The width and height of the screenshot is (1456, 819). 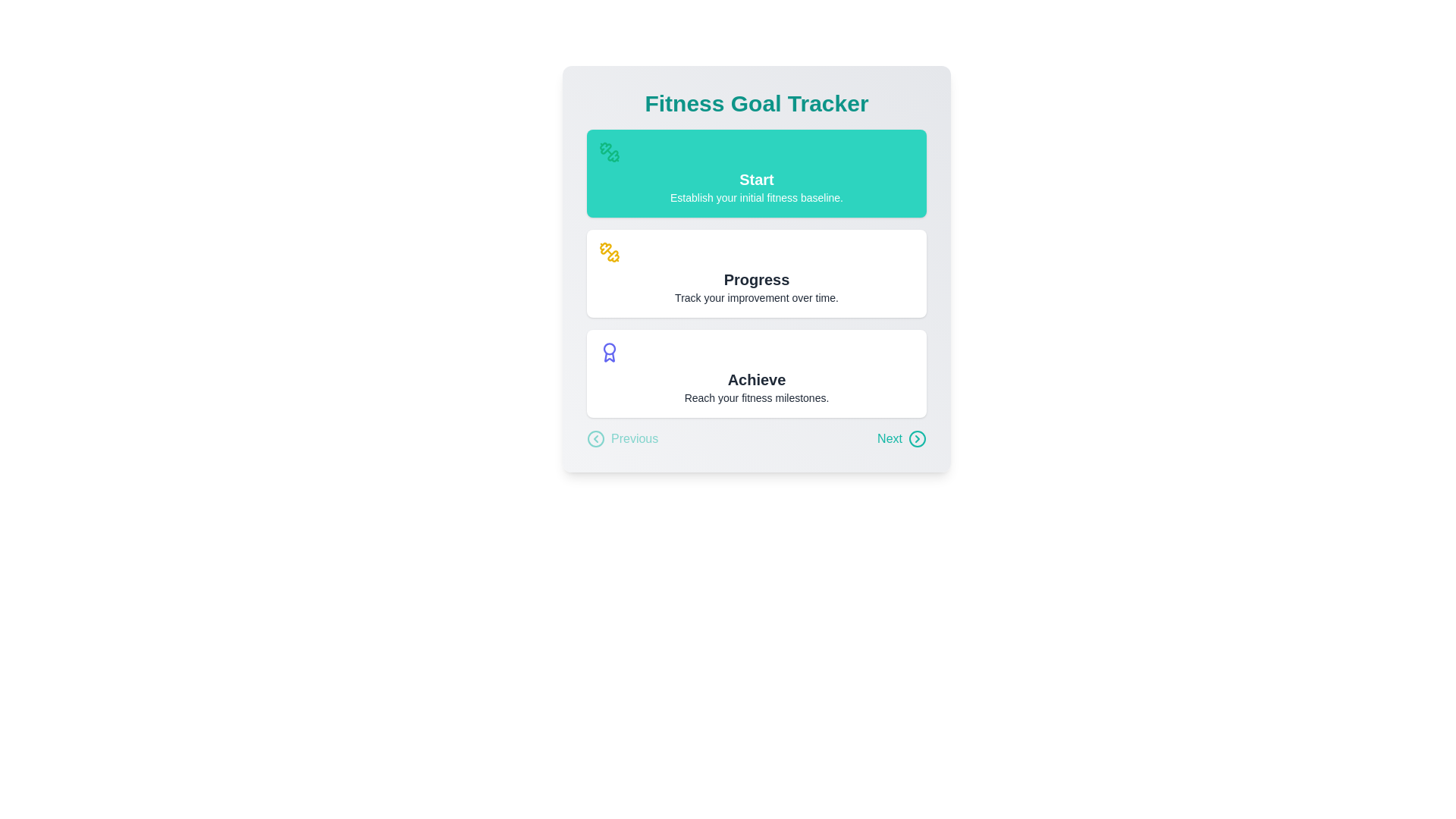 I want to click on the decorative icon element associated with the 'Progress' section, located at the top-left corner of the 'Progress' card, so click(x=613, y=256).